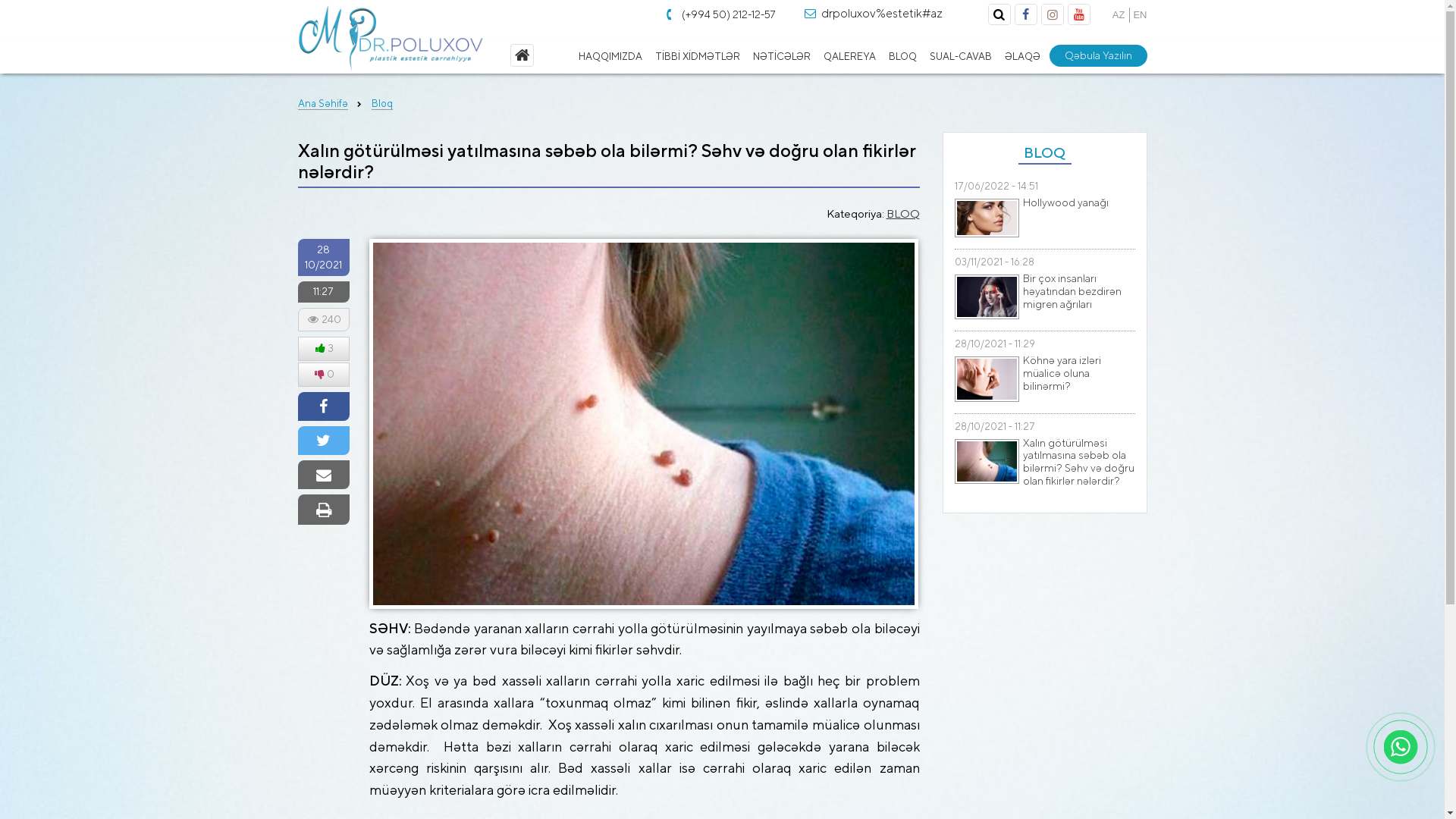 This screenshot has width=1456, height=819. Describe the element at coordinates (371, 103) in the screenshot. I see `'Bloq'` at that location.